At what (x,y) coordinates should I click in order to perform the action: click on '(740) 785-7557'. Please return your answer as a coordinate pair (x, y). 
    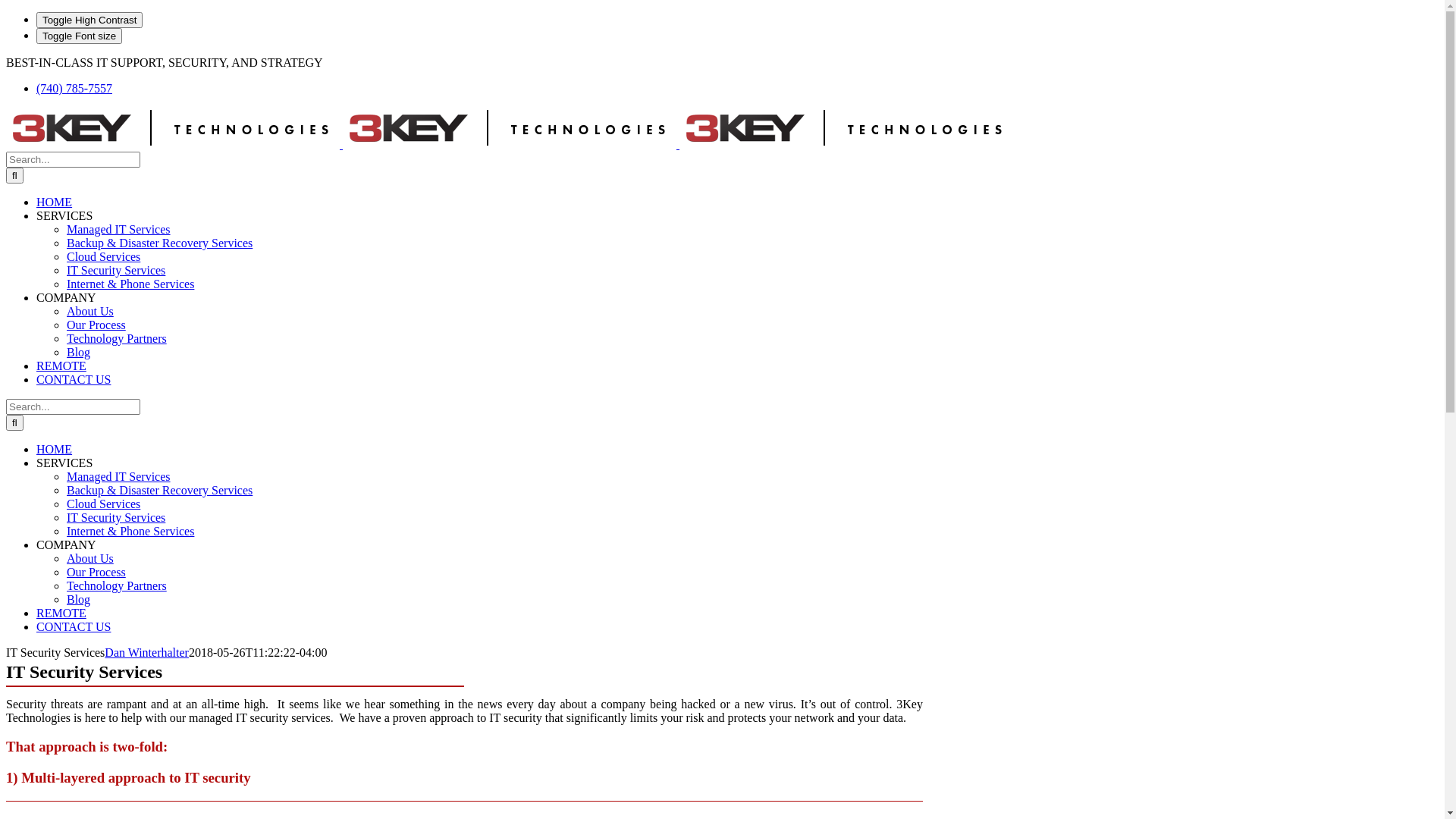
    Looking at the image, I should click on (73, 88).